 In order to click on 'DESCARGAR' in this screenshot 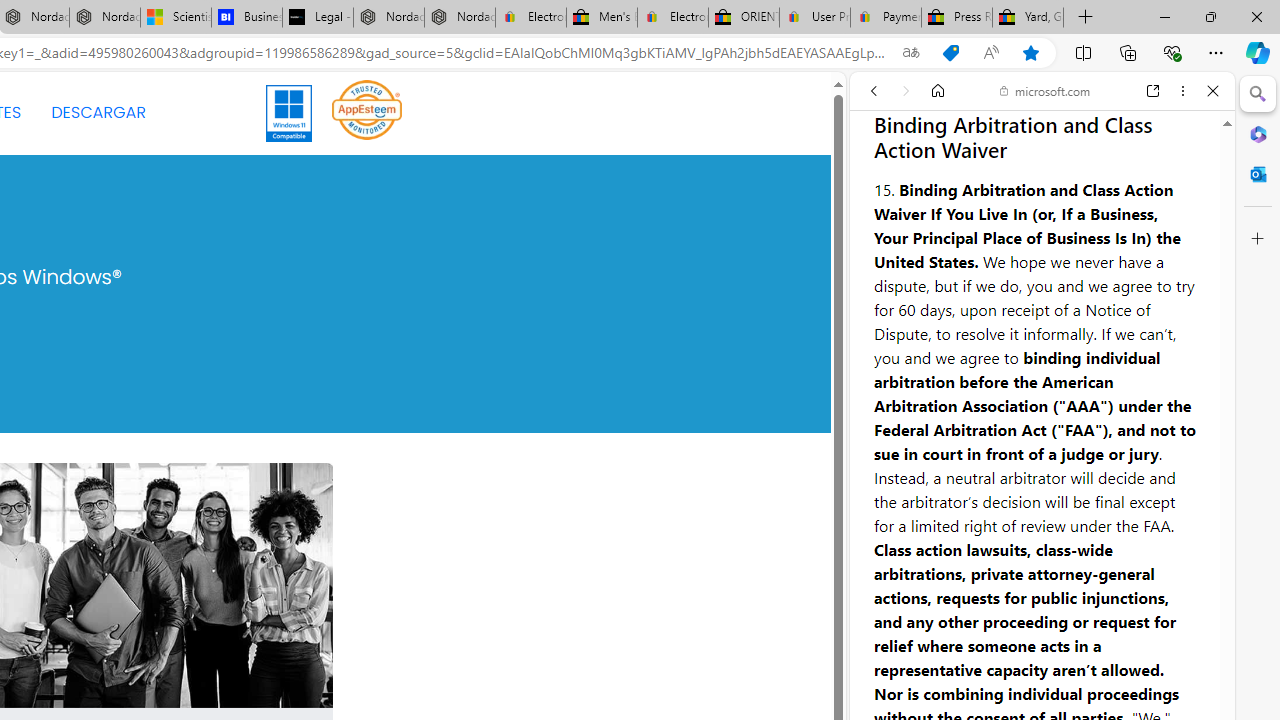, I will do `click(97, 113)`.